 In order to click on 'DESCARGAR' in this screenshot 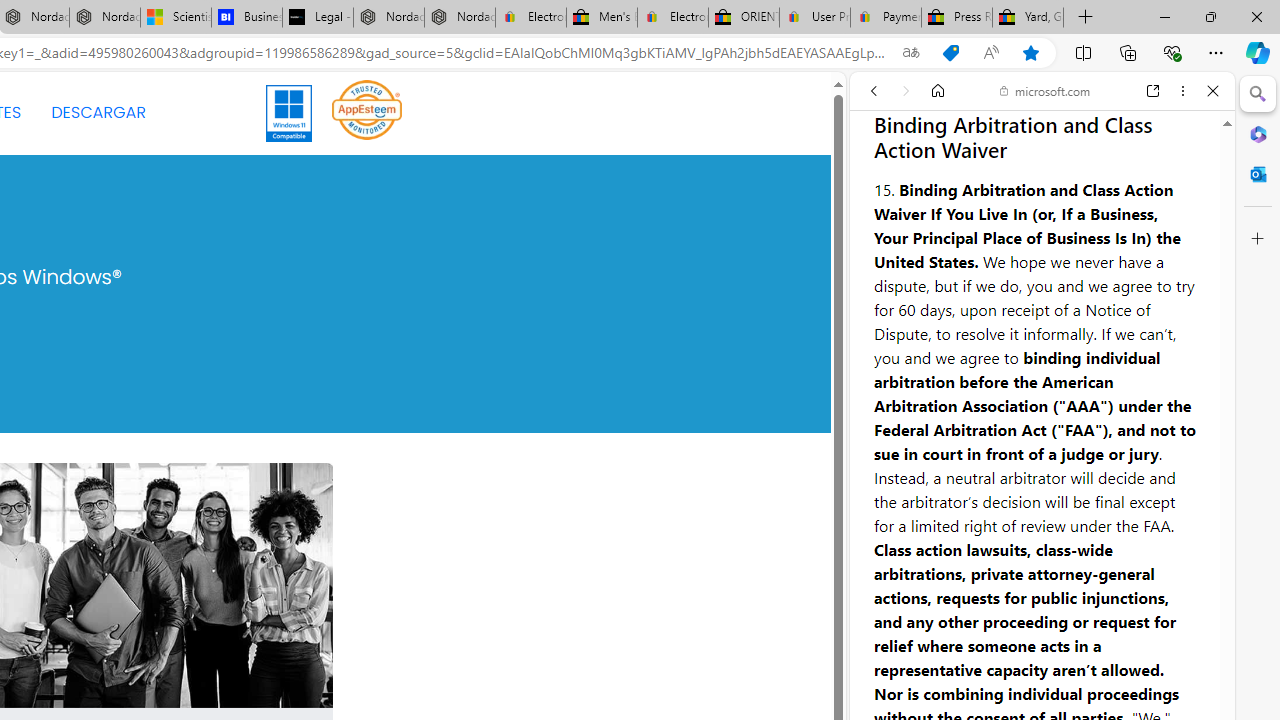, I will do `click(97, 113)`.